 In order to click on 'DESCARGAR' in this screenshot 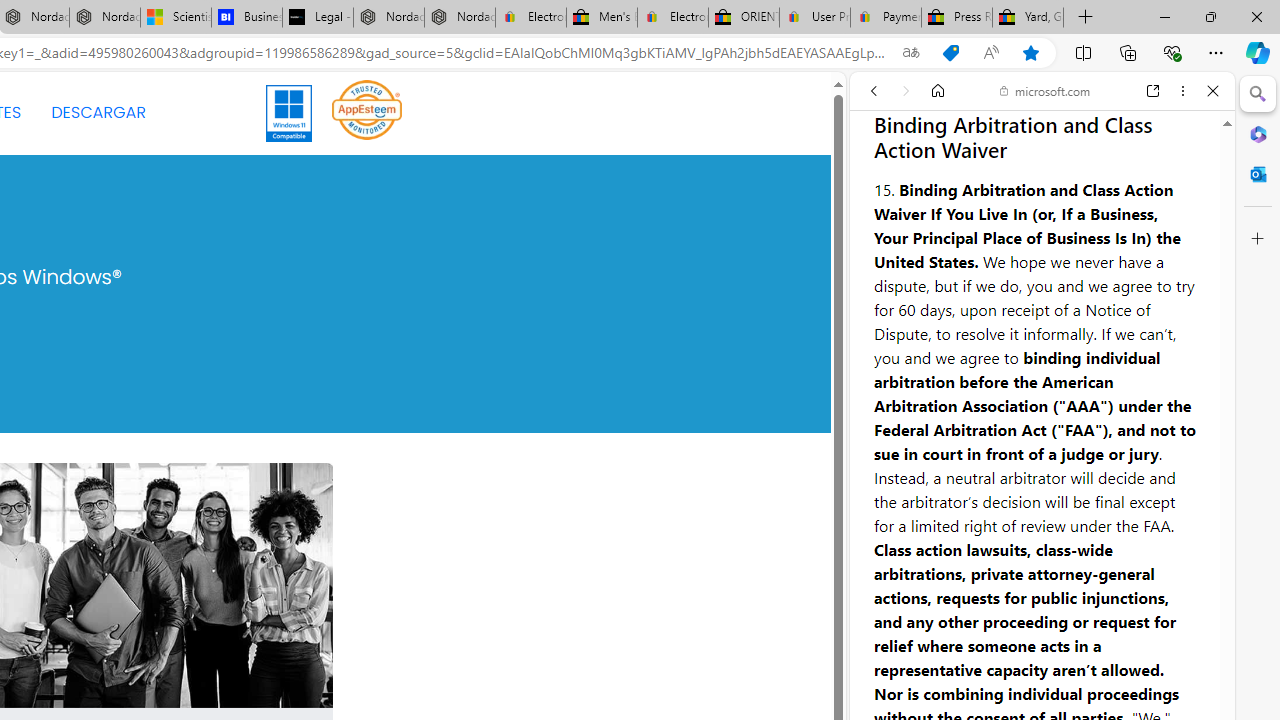, I will do `click(97, 113)`.